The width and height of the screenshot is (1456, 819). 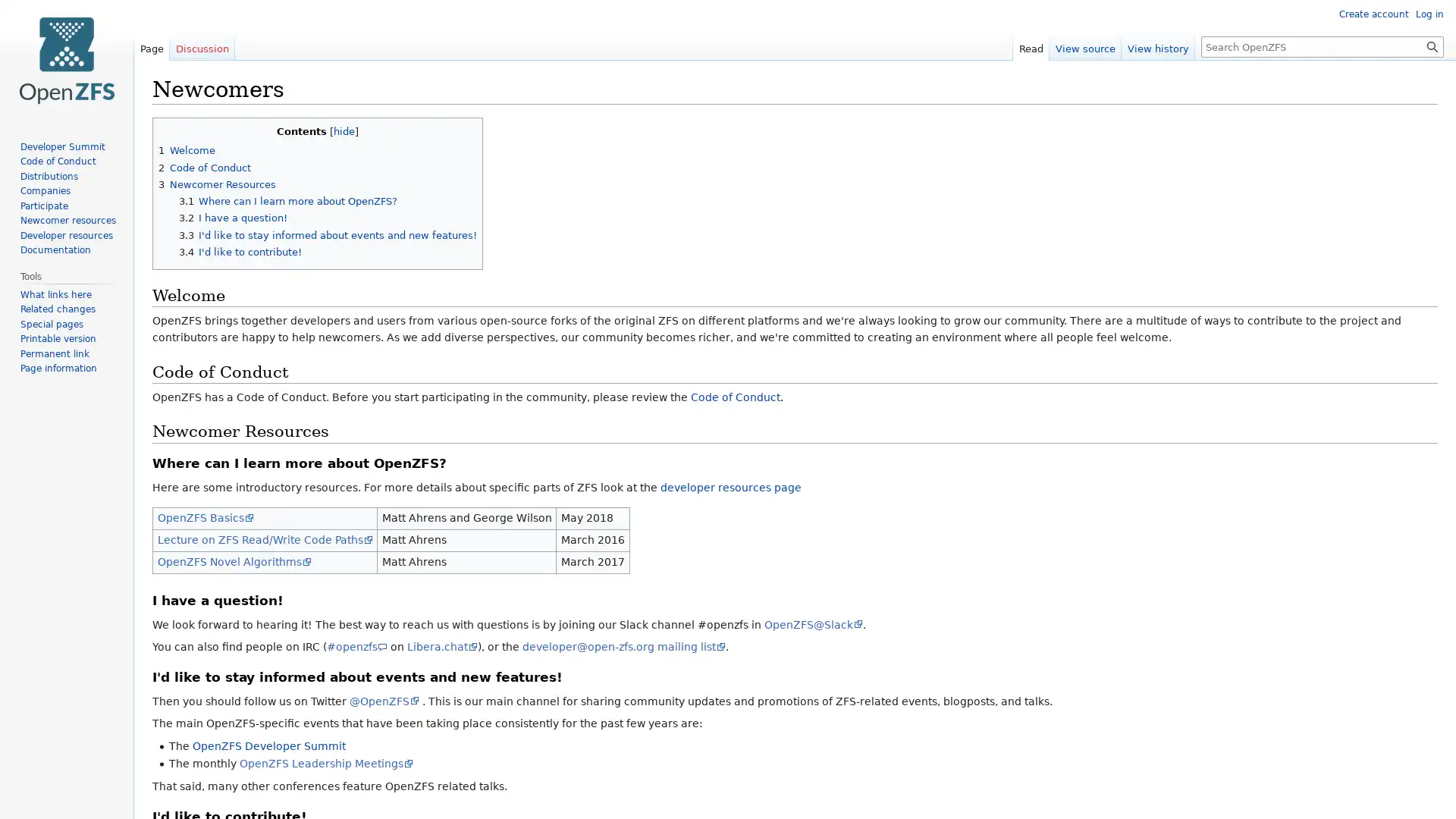 What do you see at coordinates (1432, 45) in the screenshot?
I see `Go` at bounding box center [1432, 45].